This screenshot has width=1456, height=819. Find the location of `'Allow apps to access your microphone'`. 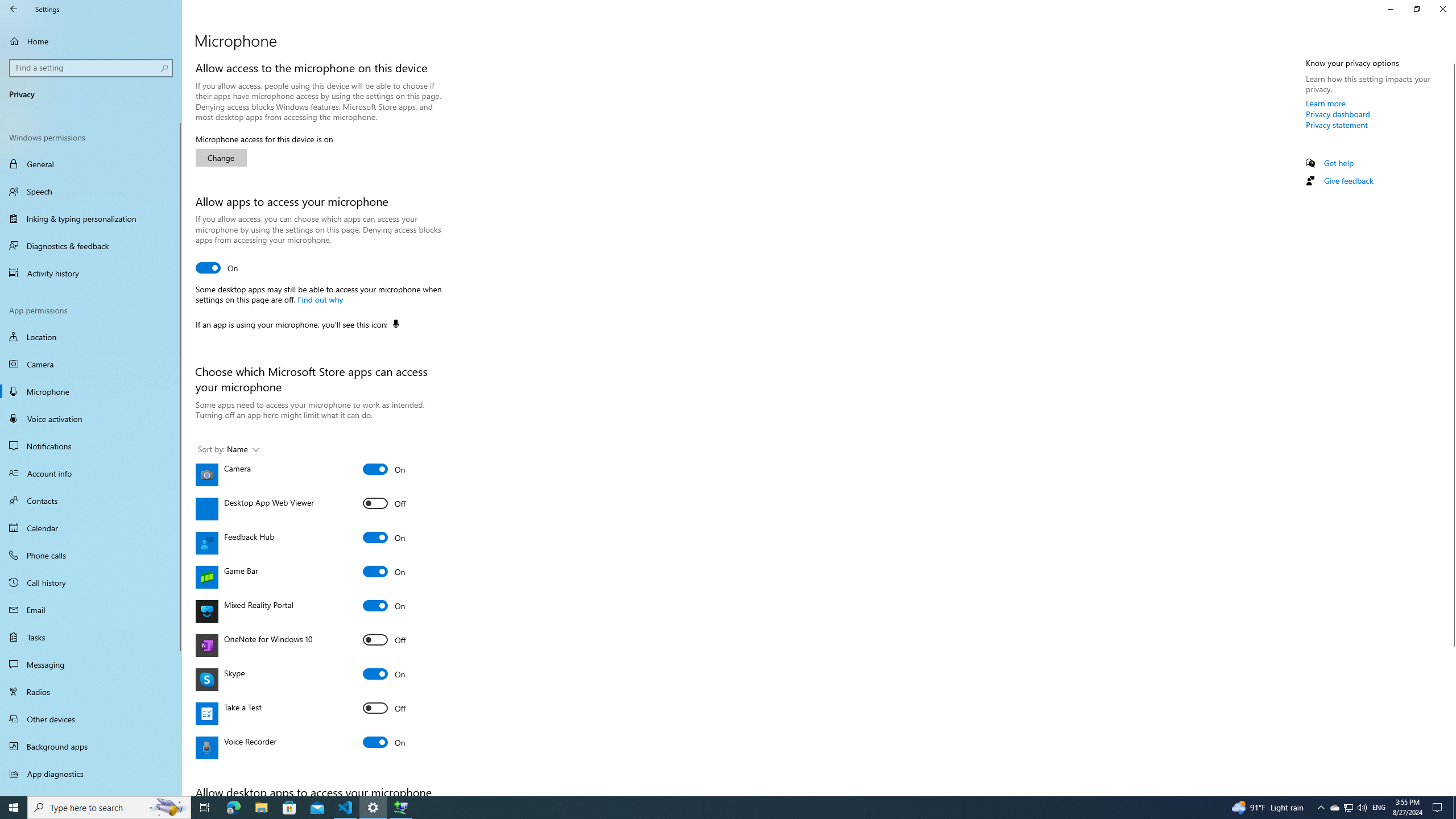

'Allow apps to access your microphone' is located at coordinates (216, 267).